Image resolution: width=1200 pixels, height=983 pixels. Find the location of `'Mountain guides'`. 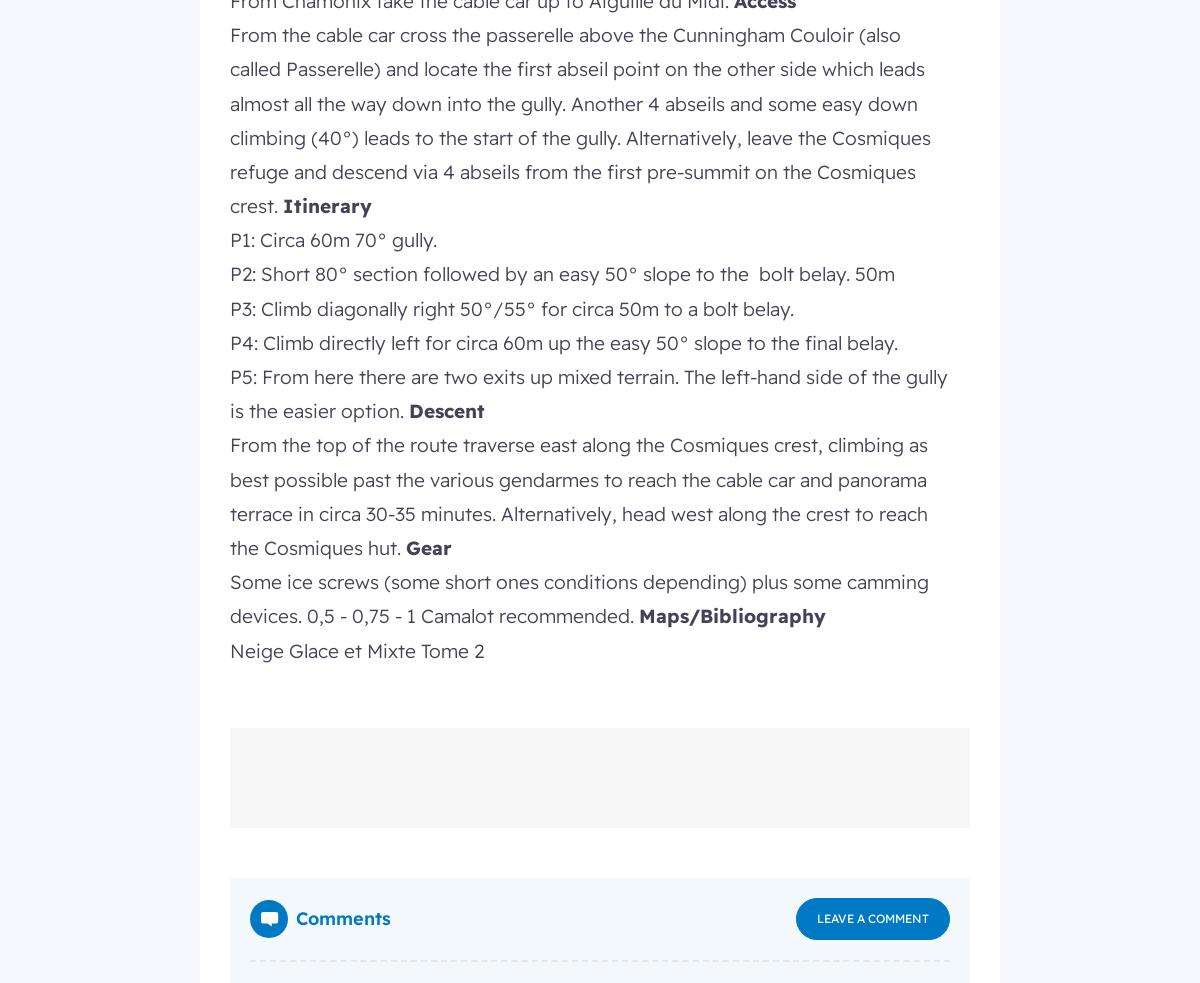

'Mountain guides' is located at coordinates (677, 10).